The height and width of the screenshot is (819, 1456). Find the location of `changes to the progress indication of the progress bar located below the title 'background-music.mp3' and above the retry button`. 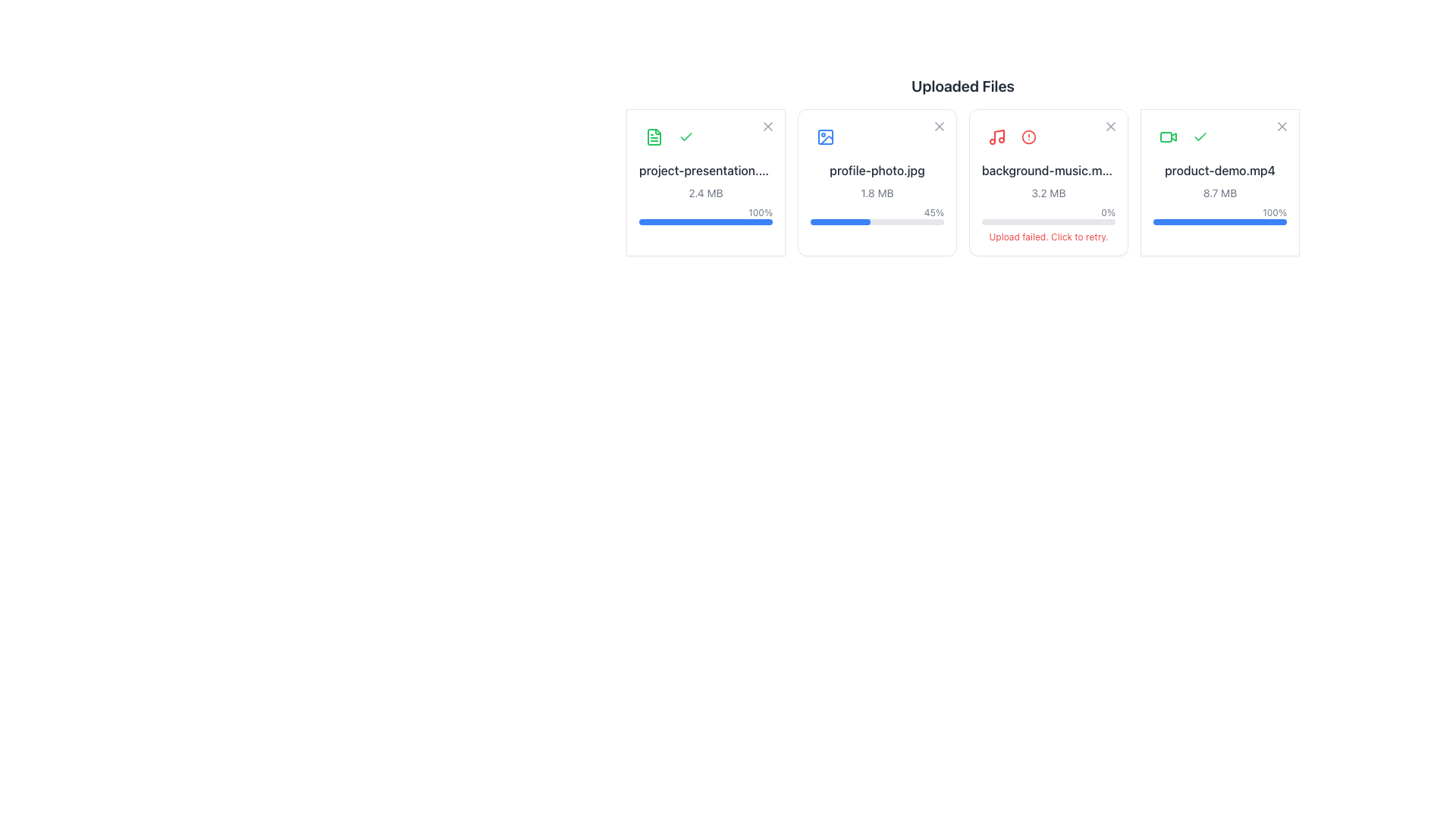

changes to the progress indication of the progress bar located below the title 'background-music.mp3' and above the retry button is located at coordinates (1047, 222).